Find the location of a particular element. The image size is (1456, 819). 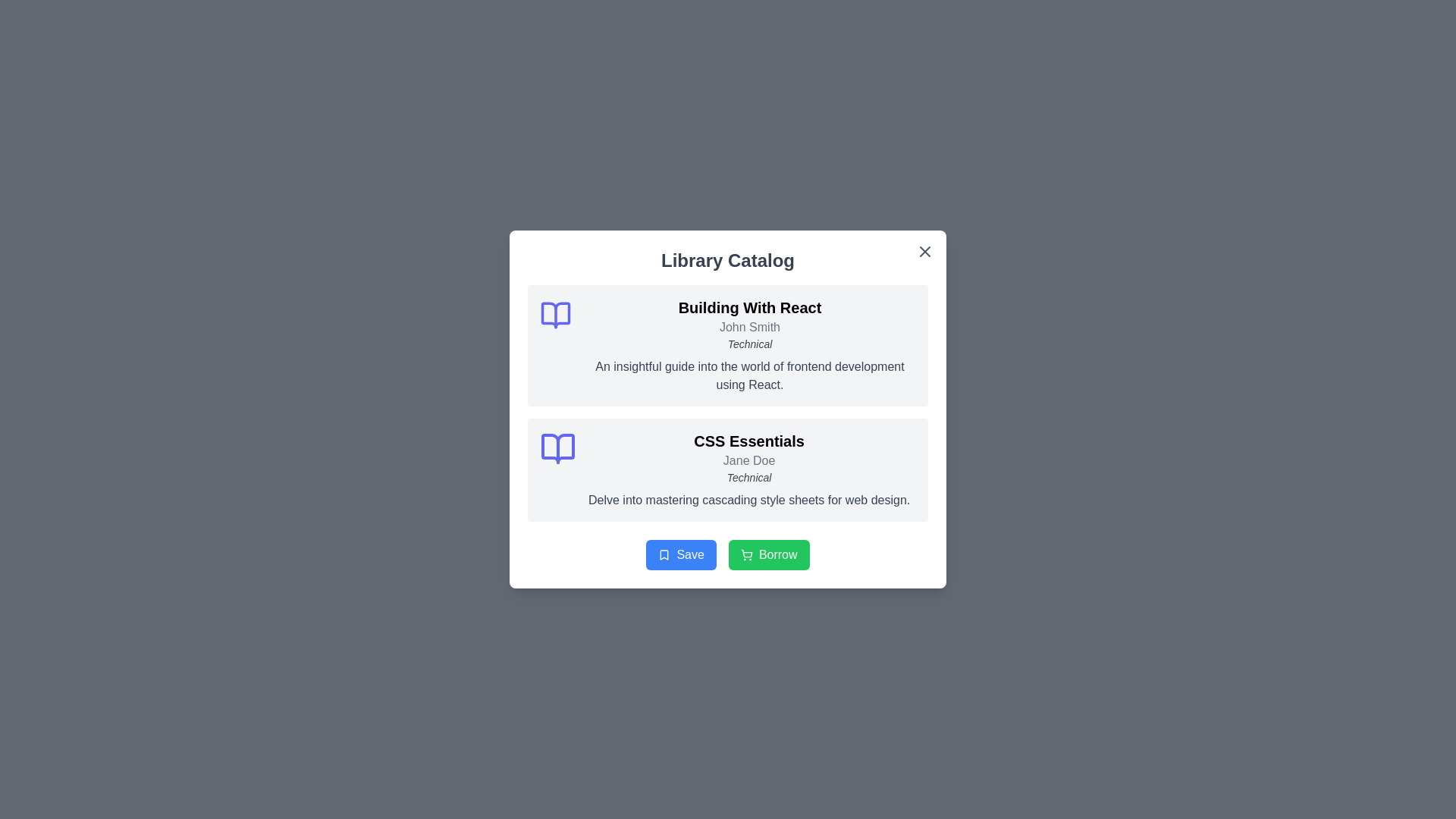

the text display element that shows the name 'Jane Doe', which is styled in gray and is located directly below the heading 'CSS Essentials' in the 'Library Catalog' interface is located at coordinates (749, 460).